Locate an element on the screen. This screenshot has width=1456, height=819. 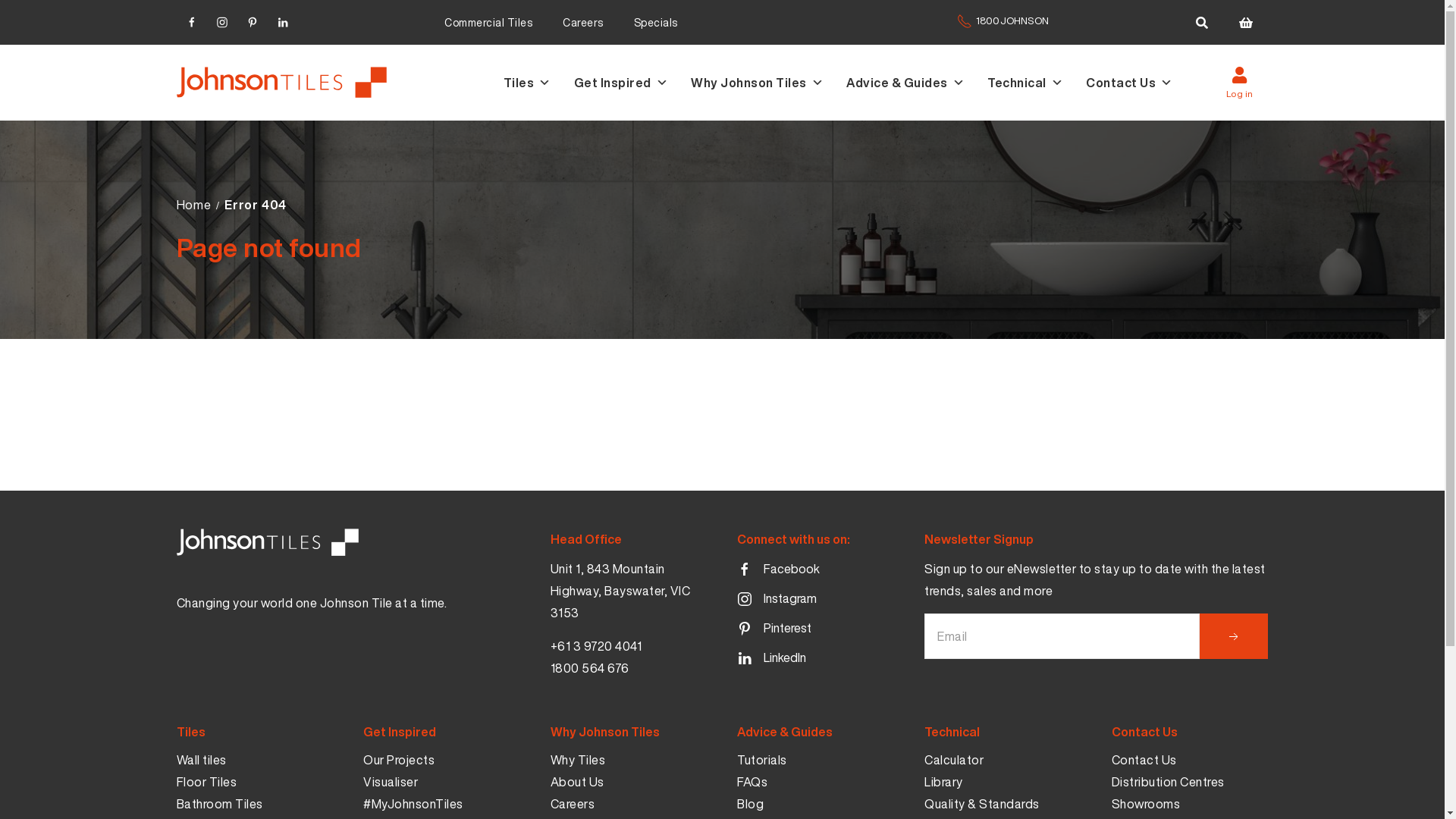
'FAQs' is located at coordinates (736, 782).